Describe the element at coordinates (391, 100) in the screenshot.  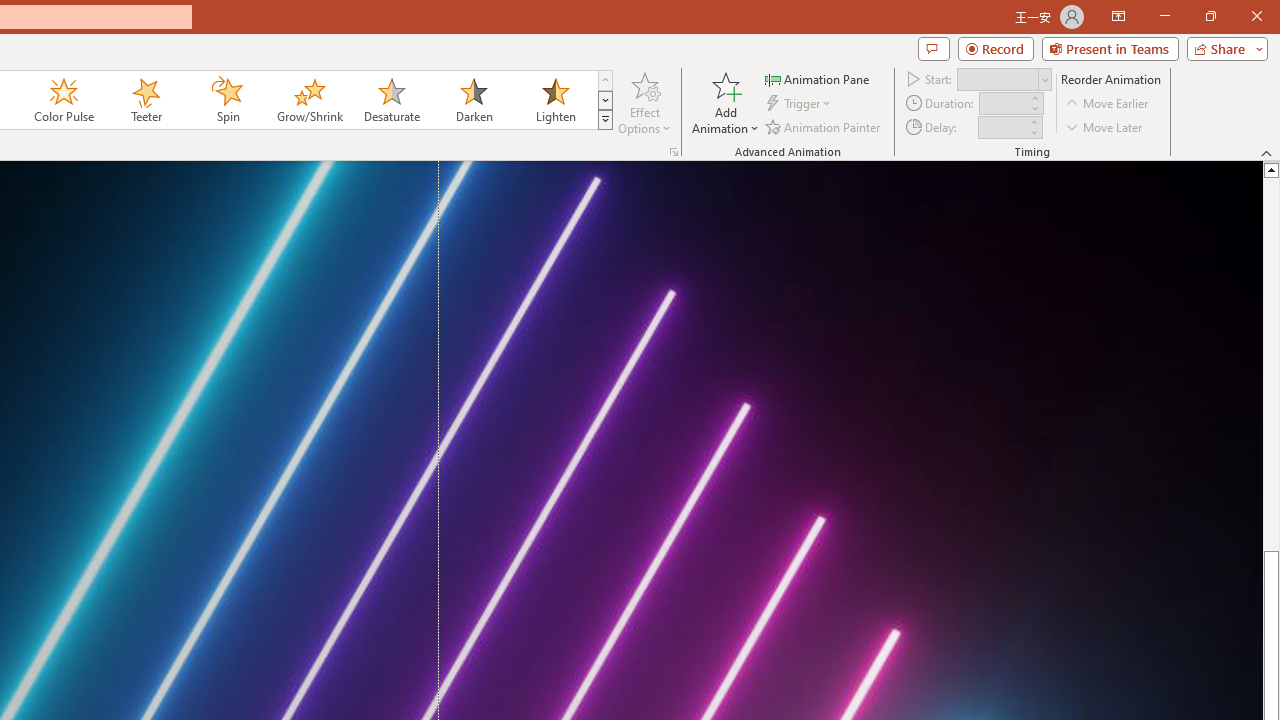
I see `'Desaturate'` at that location.